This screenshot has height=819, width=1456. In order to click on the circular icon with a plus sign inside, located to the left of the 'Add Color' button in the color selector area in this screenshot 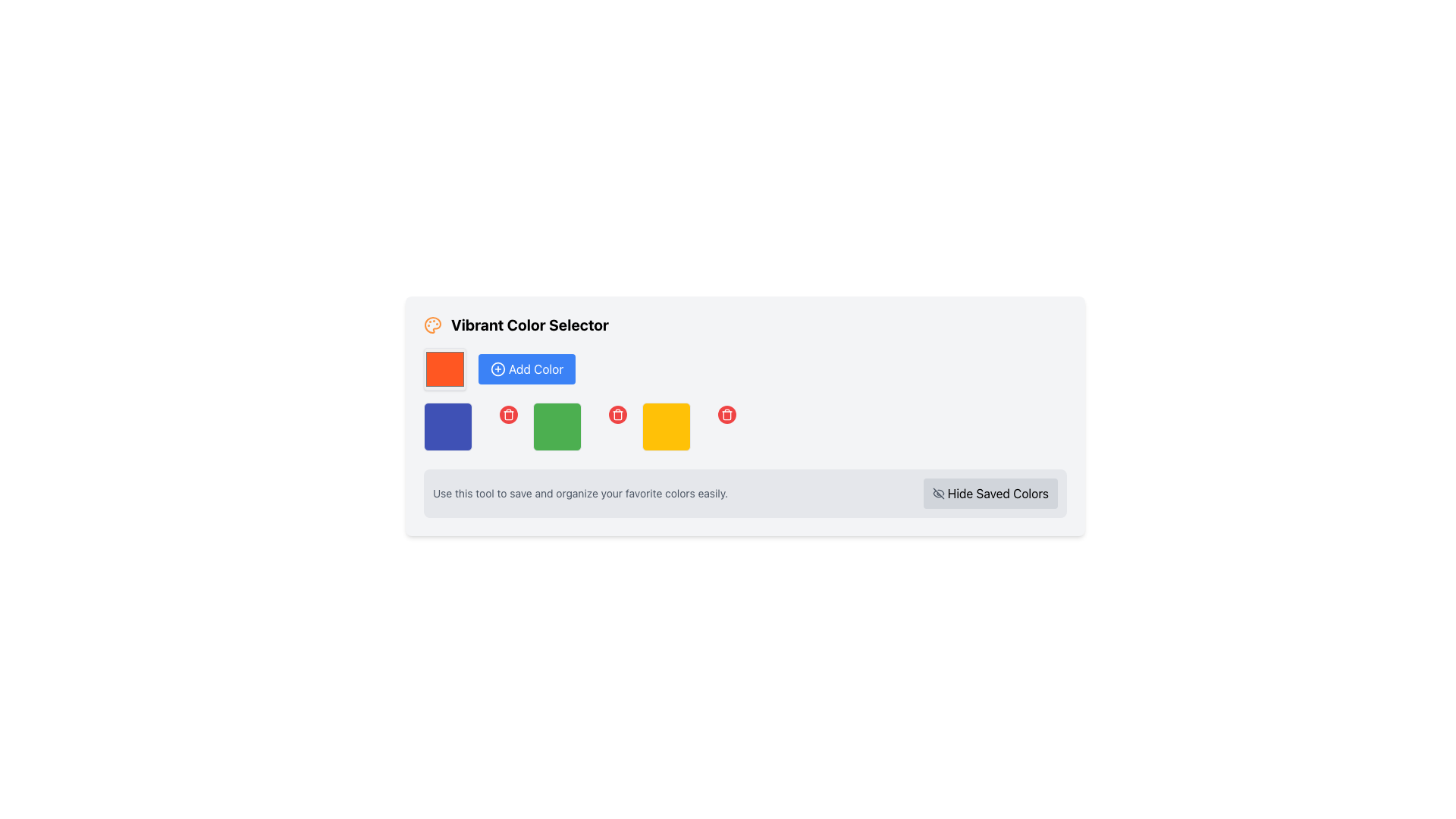, I will do `click(498, 369)`.